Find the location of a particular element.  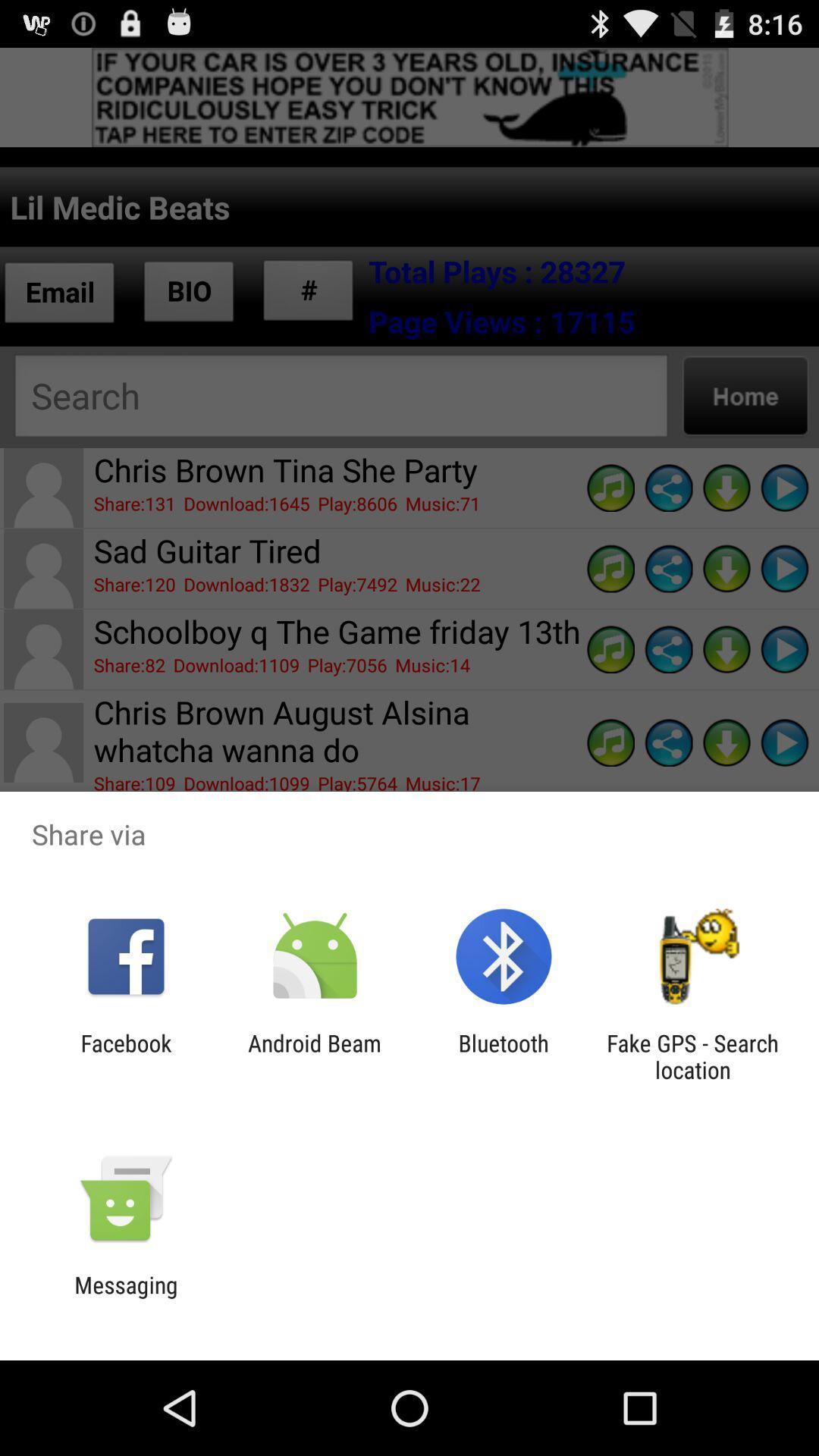

the icon to the right of the facebook app is located at coordinates (314, 1056).